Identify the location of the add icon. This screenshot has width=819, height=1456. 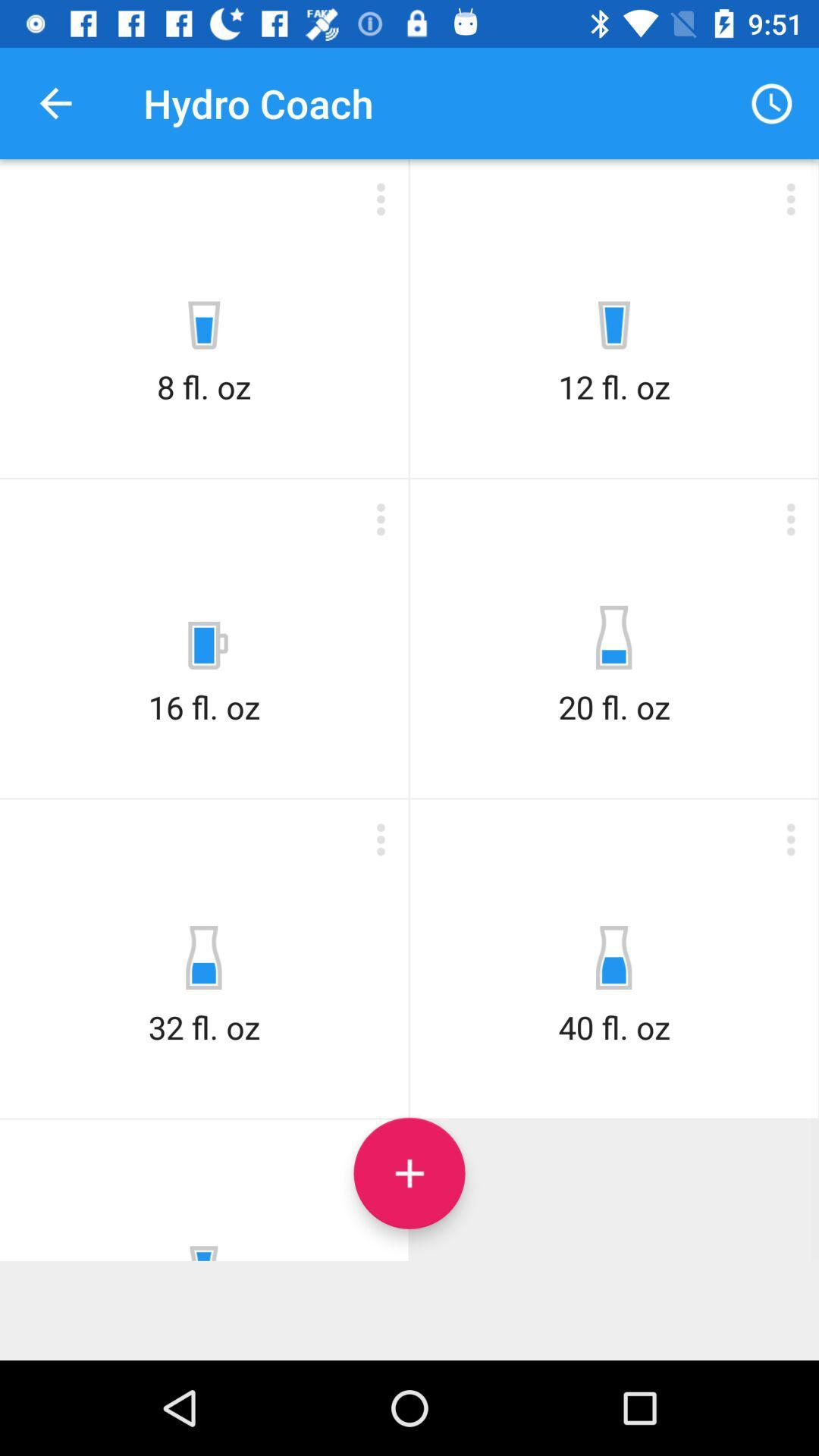
(409, 1172).